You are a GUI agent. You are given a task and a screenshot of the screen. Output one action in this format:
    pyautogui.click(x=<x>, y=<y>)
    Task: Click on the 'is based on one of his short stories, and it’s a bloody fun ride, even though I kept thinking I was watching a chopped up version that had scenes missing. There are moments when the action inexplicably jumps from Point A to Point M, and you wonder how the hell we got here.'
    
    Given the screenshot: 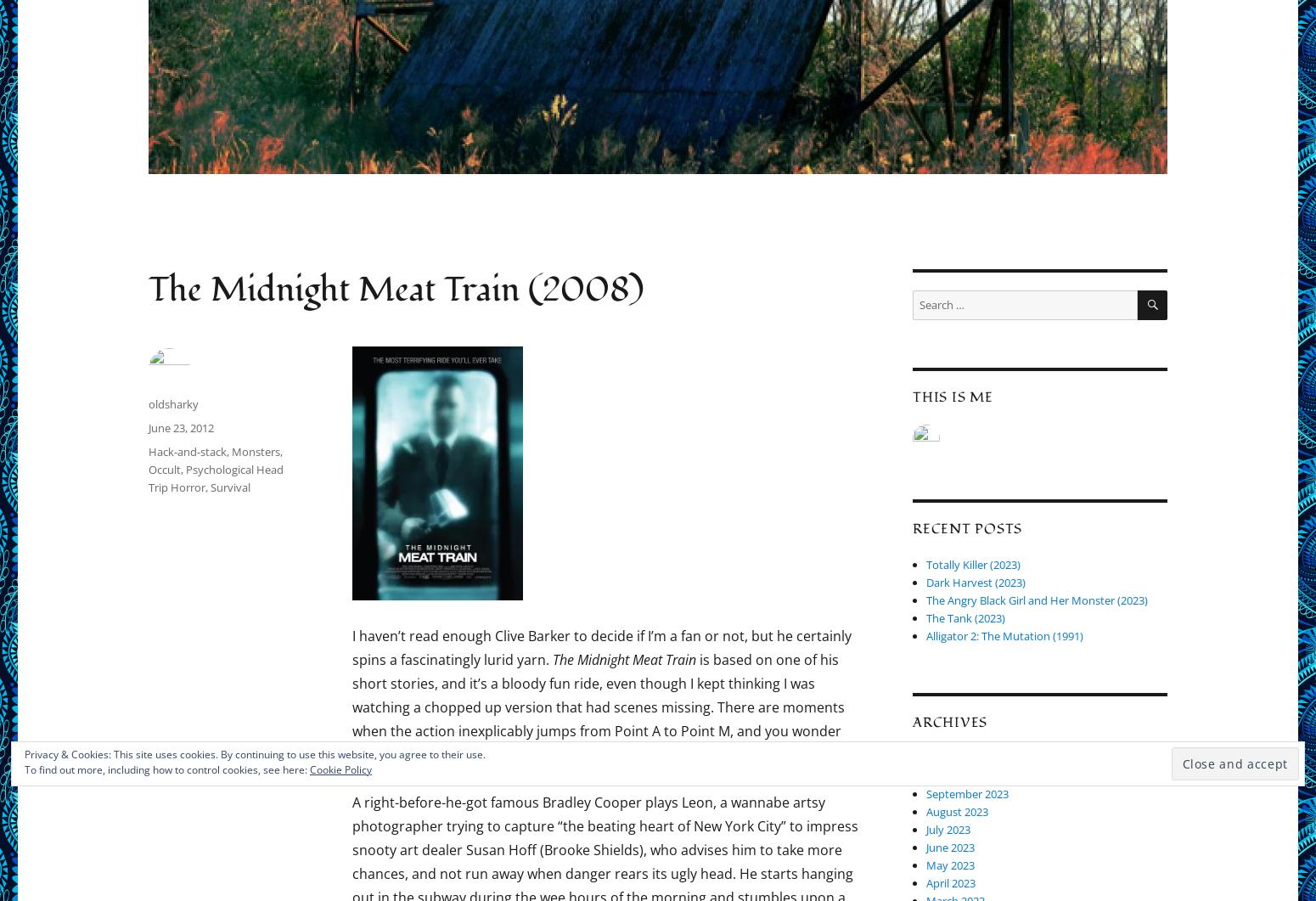 What is the action you would take?
    pyautogui.click(x=598, y=707)
    